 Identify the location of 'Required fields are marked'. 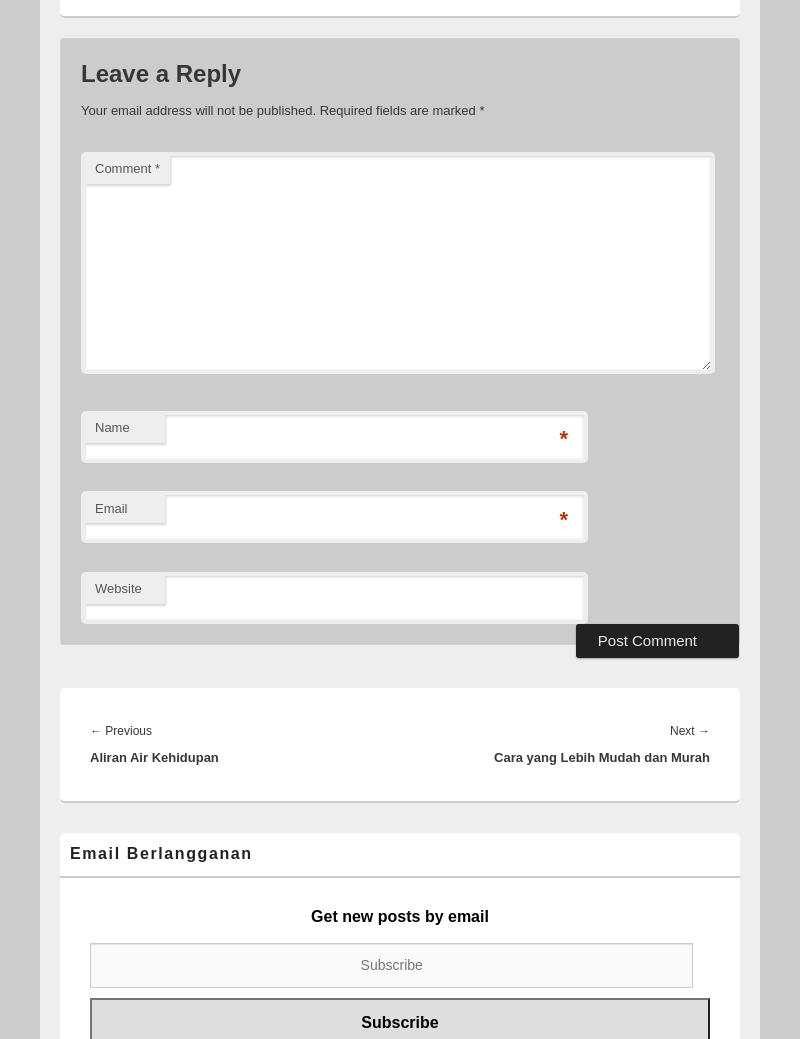
(398, 108).